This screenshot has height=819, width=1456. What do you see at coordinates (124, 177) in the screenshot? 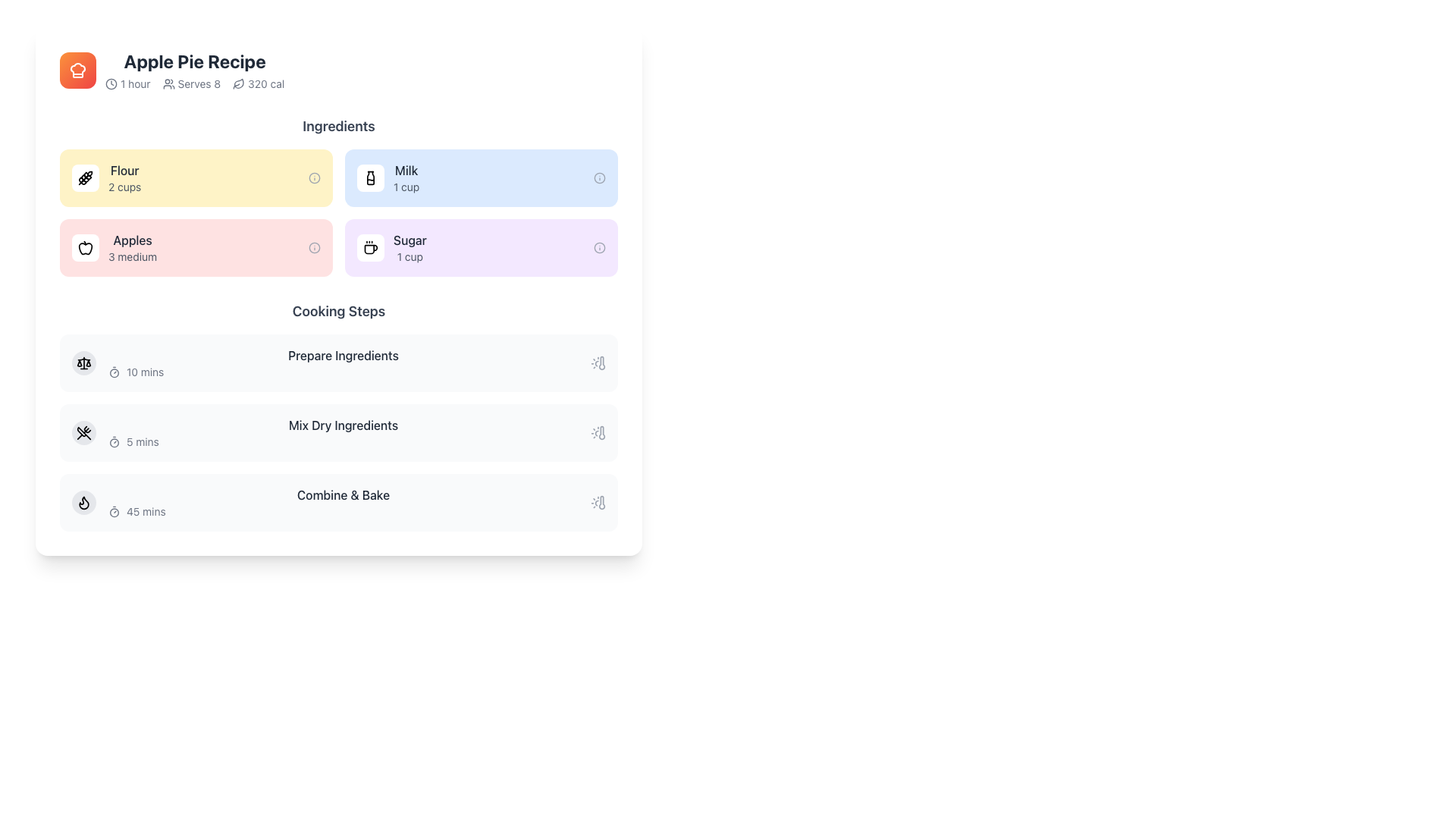
I see `text from the 'Flour' label, which displays 'Flour' in bold and '2 cups' in lighter text, located in the upper left quadrant of the application layout within the 'Ingredients' section` at bounding box center [124, 177].